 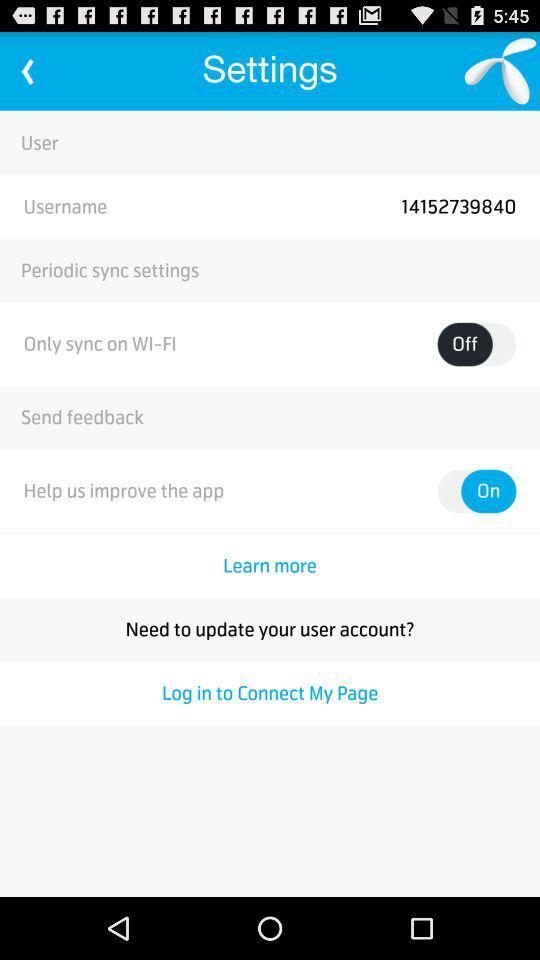 What do you see at coordinates (270, 566) in the screenshot?
I see `icon above need to update item` at bounding box center [270, 566].